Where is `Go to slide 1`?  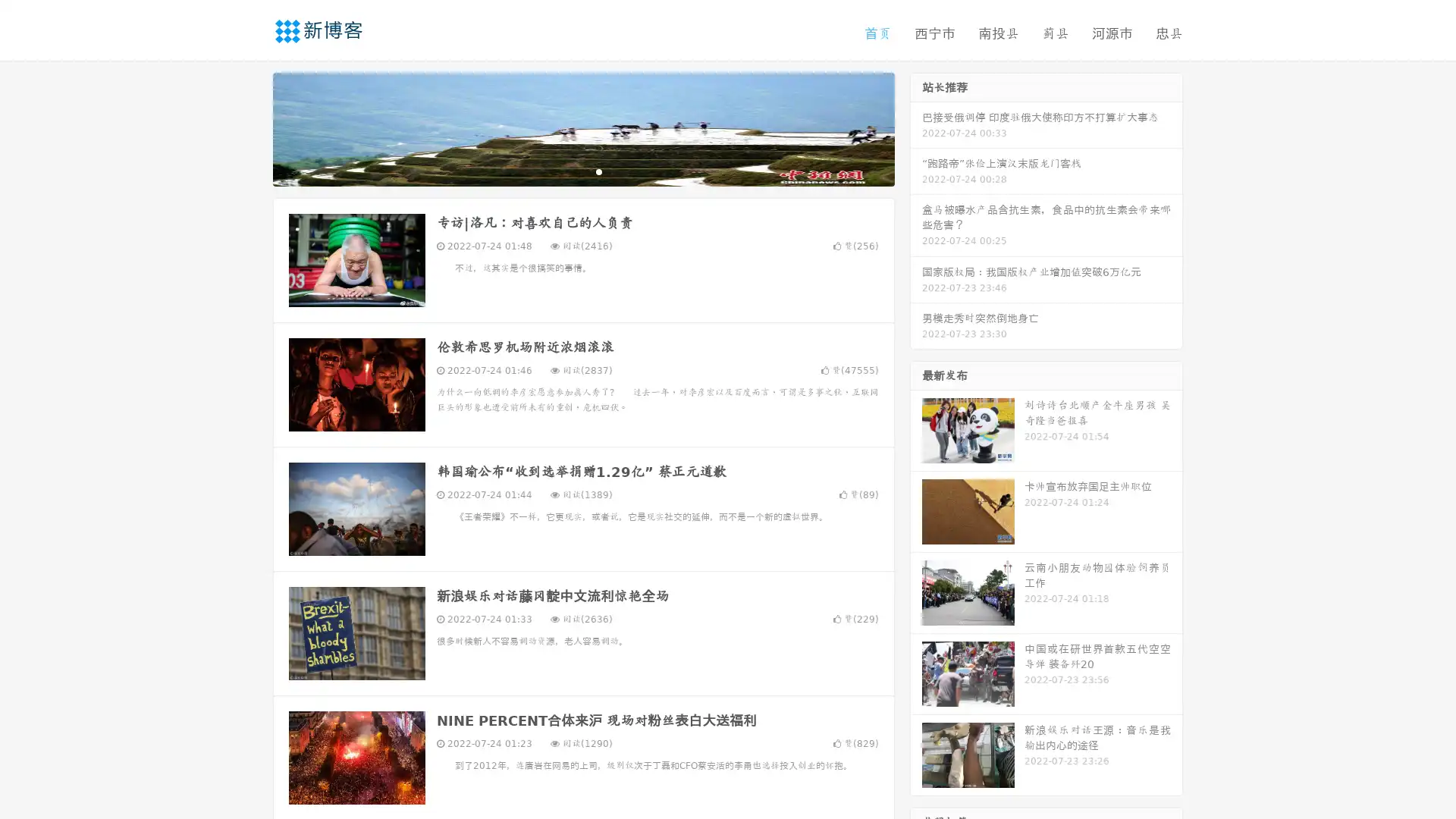 Go to slide 1 is located at coordinates (567, 171).